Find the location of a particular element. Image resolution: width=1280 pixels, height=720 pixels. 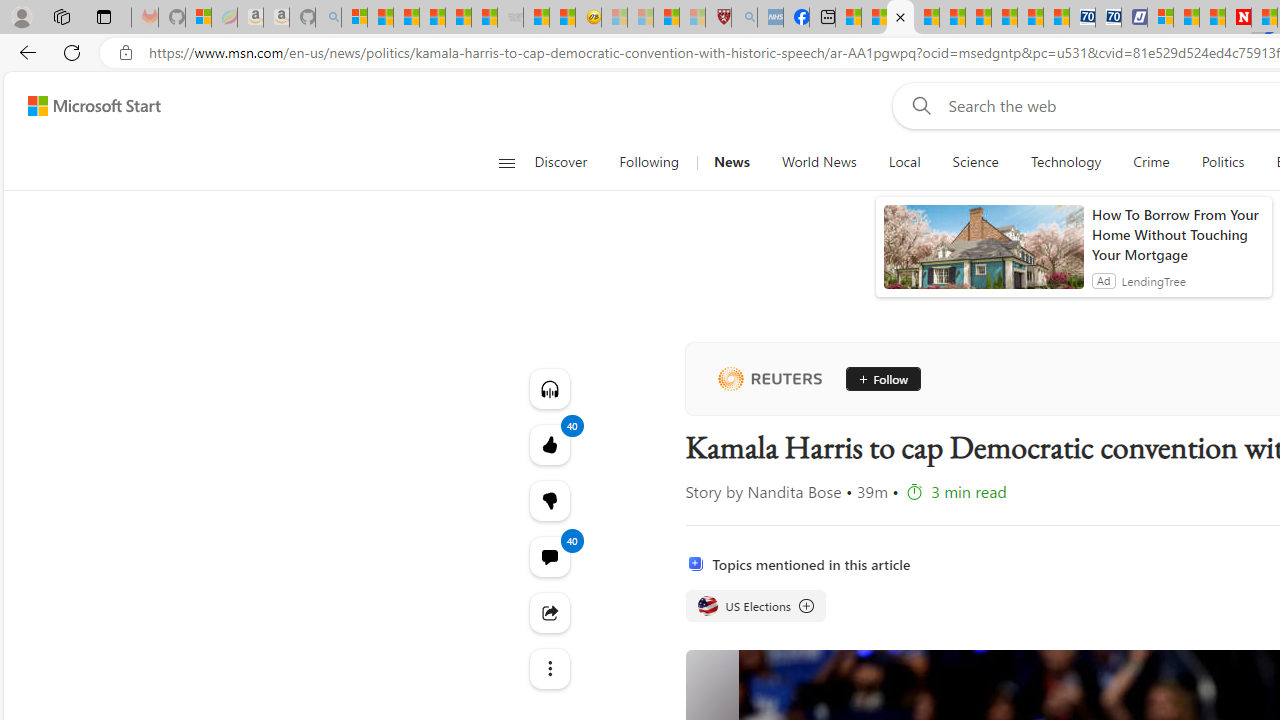

'World News' is located at coordinates (819, 162).